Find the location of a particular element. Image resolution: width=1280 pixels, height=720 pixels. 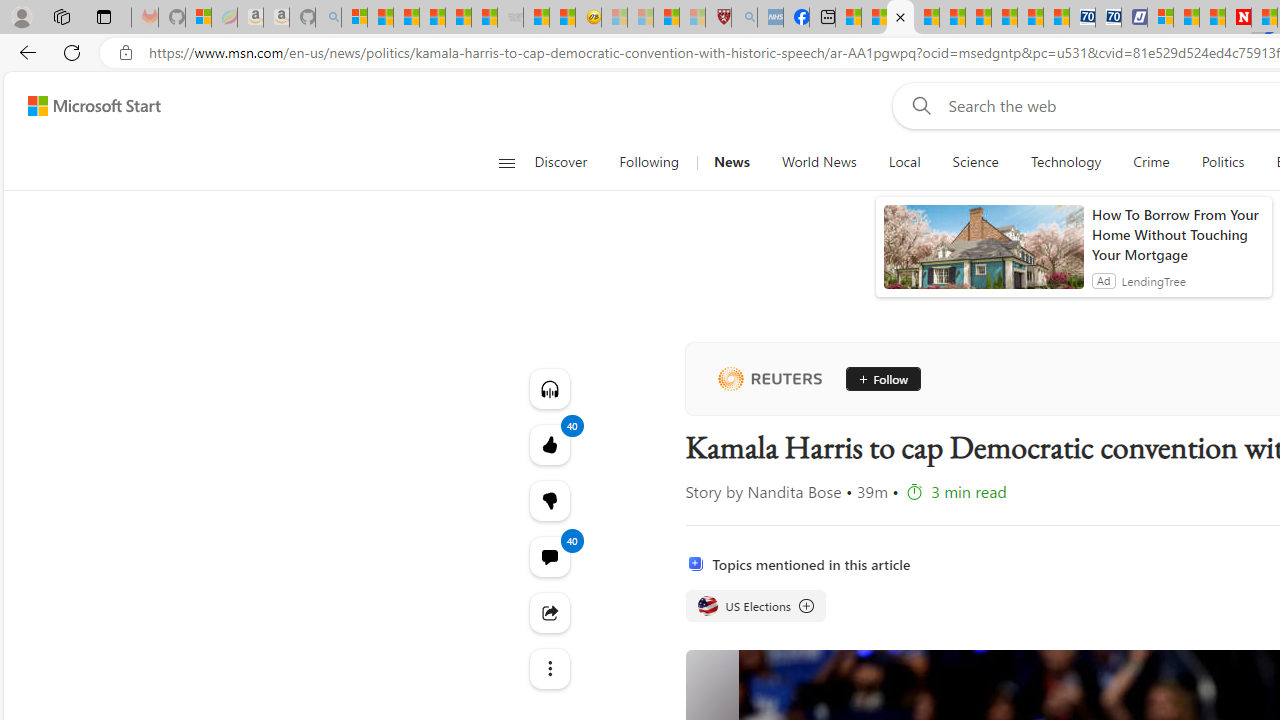

'World News' is located at coordinates (819, 162).